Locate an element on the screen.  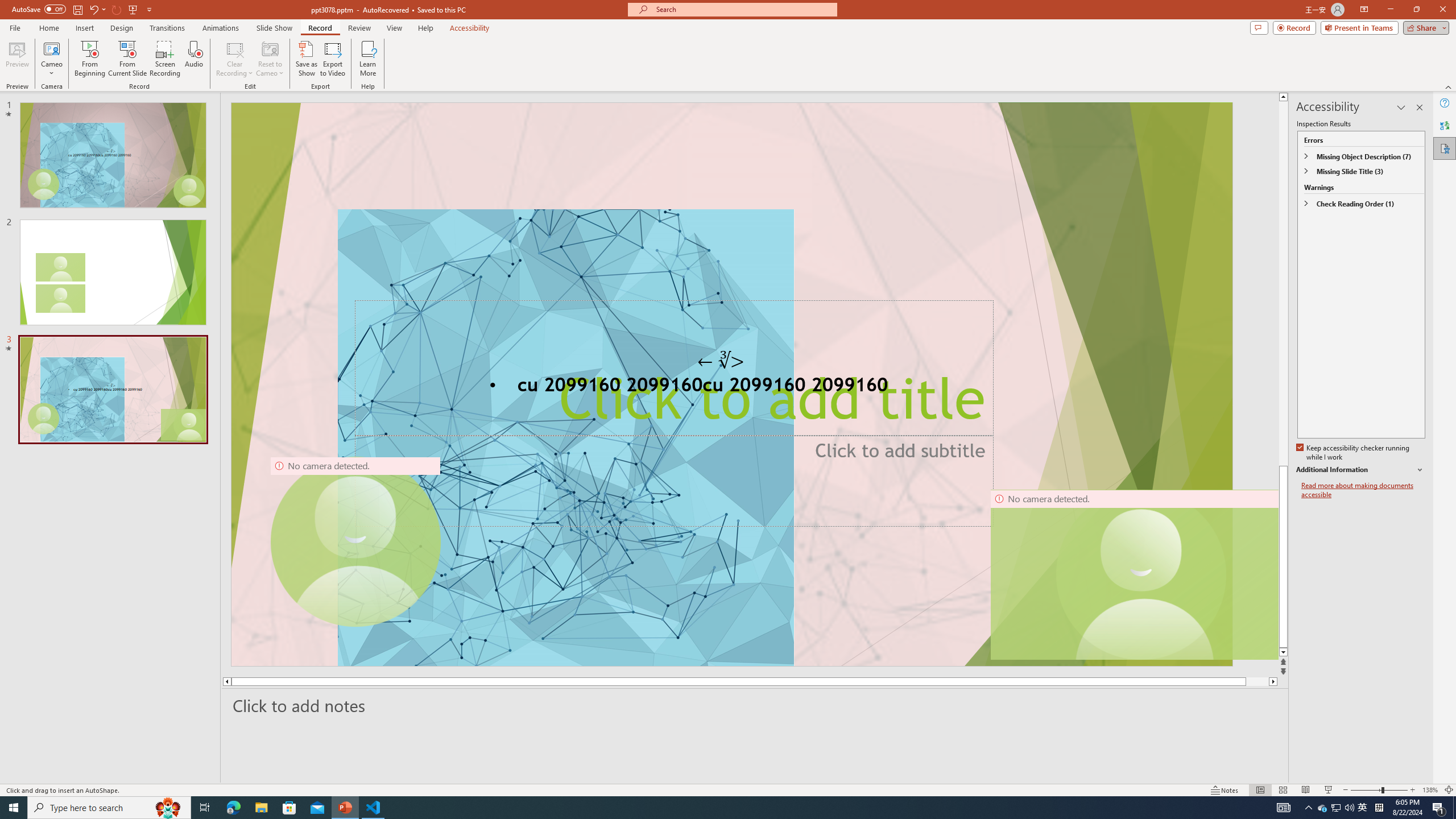
'Reset to Cameo' is located at coordinates (269, 59).